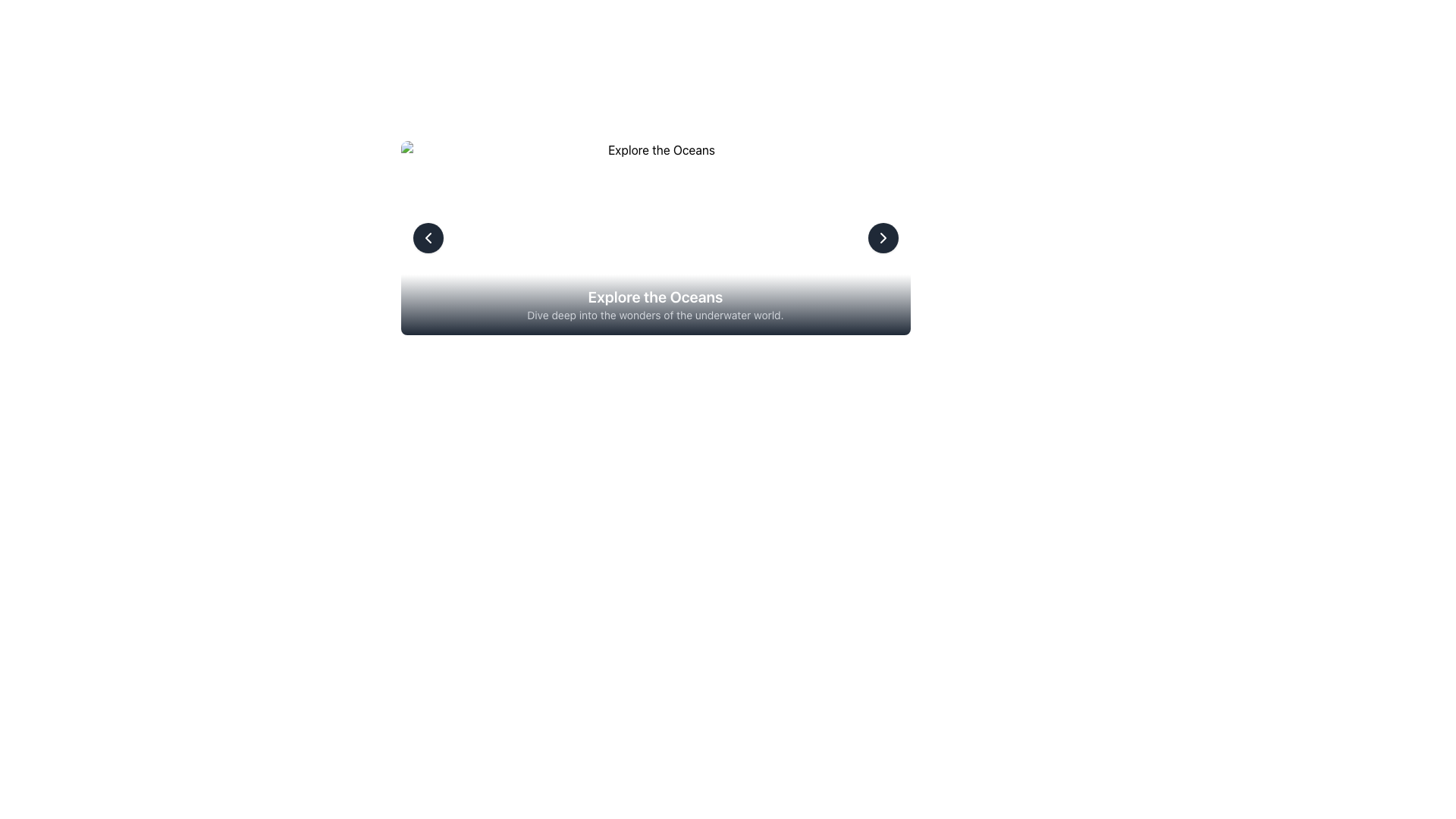 This screenshot has height=819, width=1456. What do you see at coordinates (655, 315) in the screenshot?
I see `the Text Display element located below the main heading 'Explore the Oceans.'` at bounding box center [655, 315].